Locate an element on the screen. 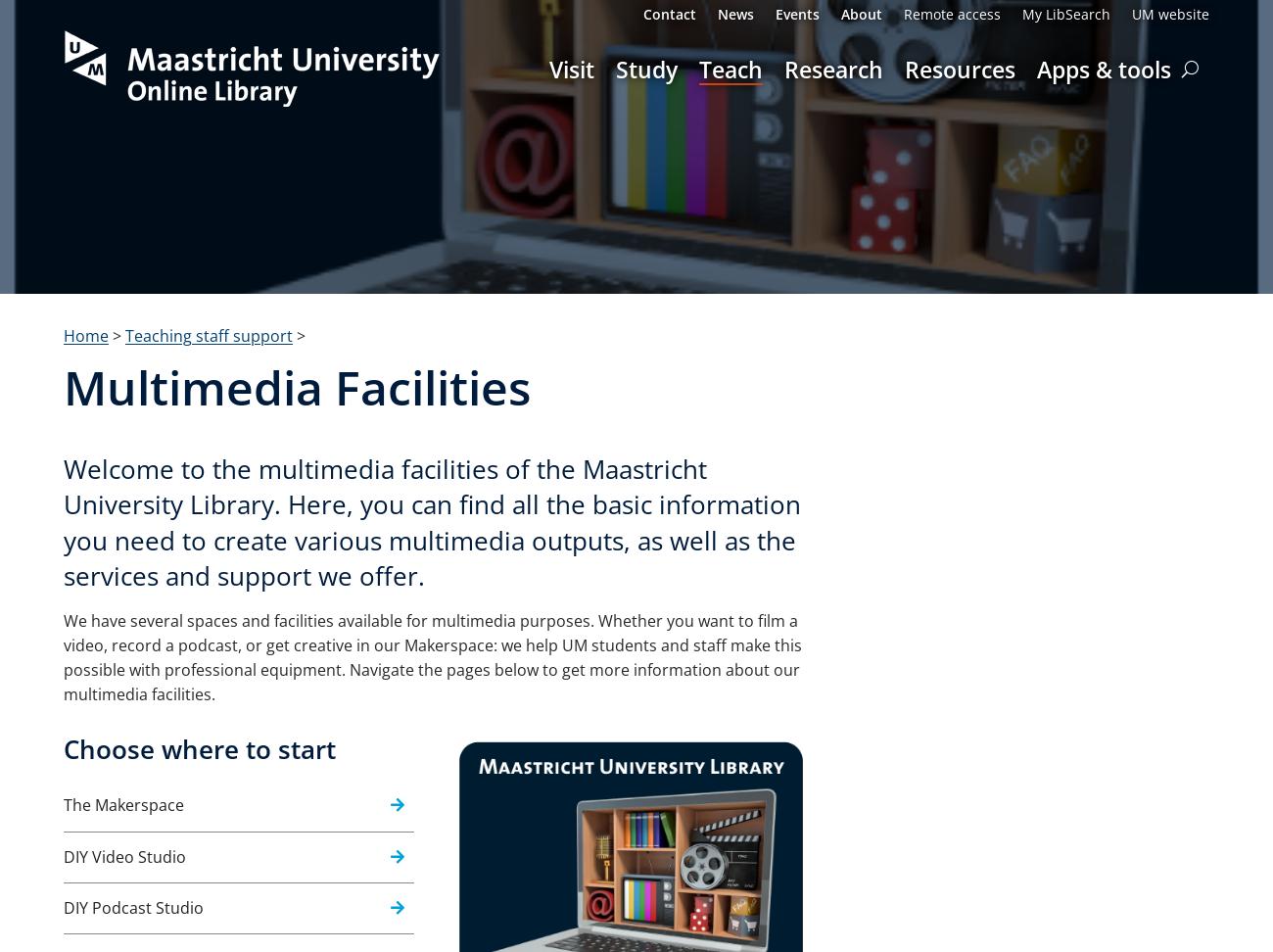  'DIY Video Studio' is located at coordinates (64, 856).